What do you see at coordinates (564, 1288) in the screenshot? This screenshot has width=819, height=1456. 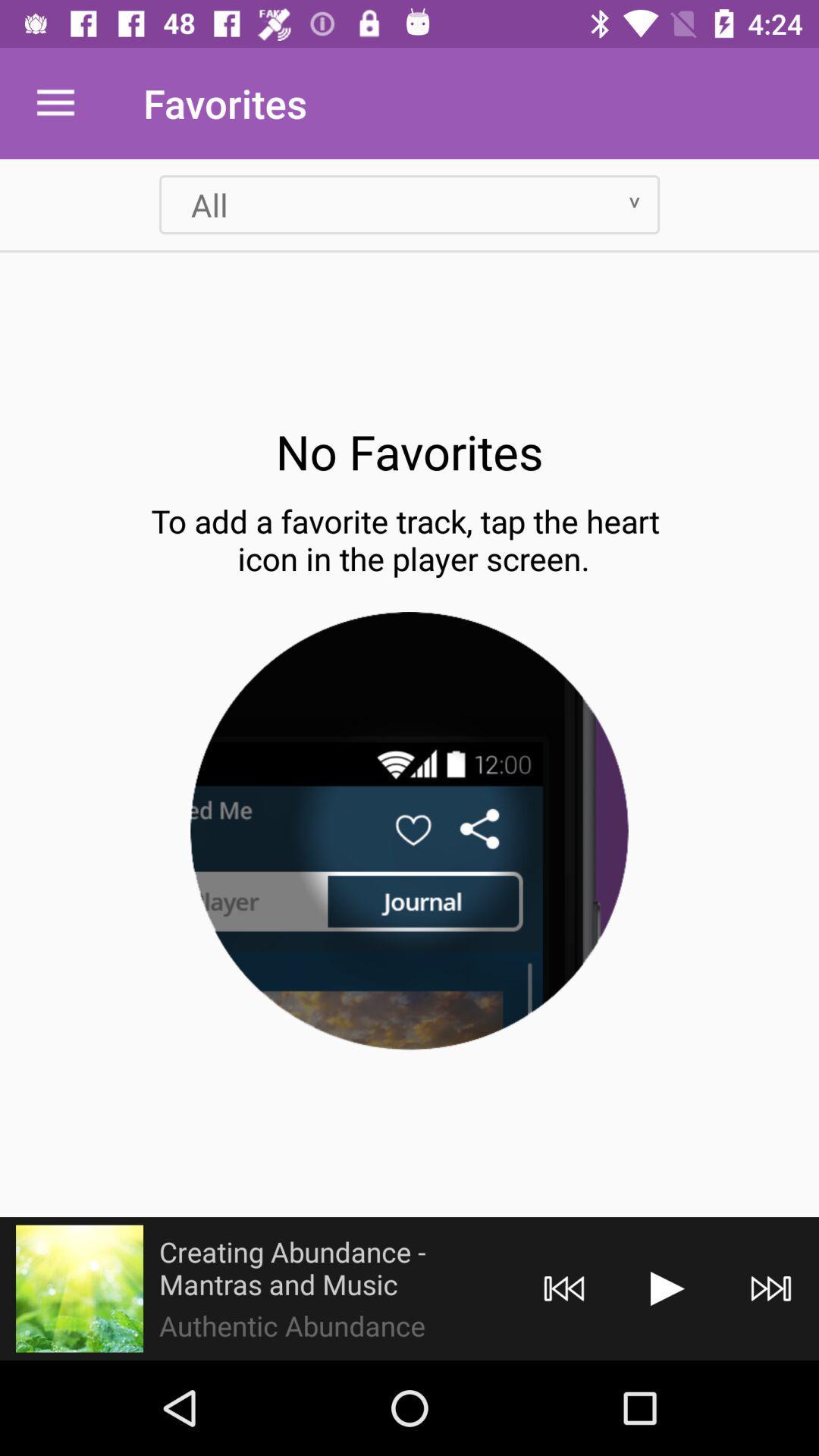 I see `previous song` at bounding box center [564, 1288].